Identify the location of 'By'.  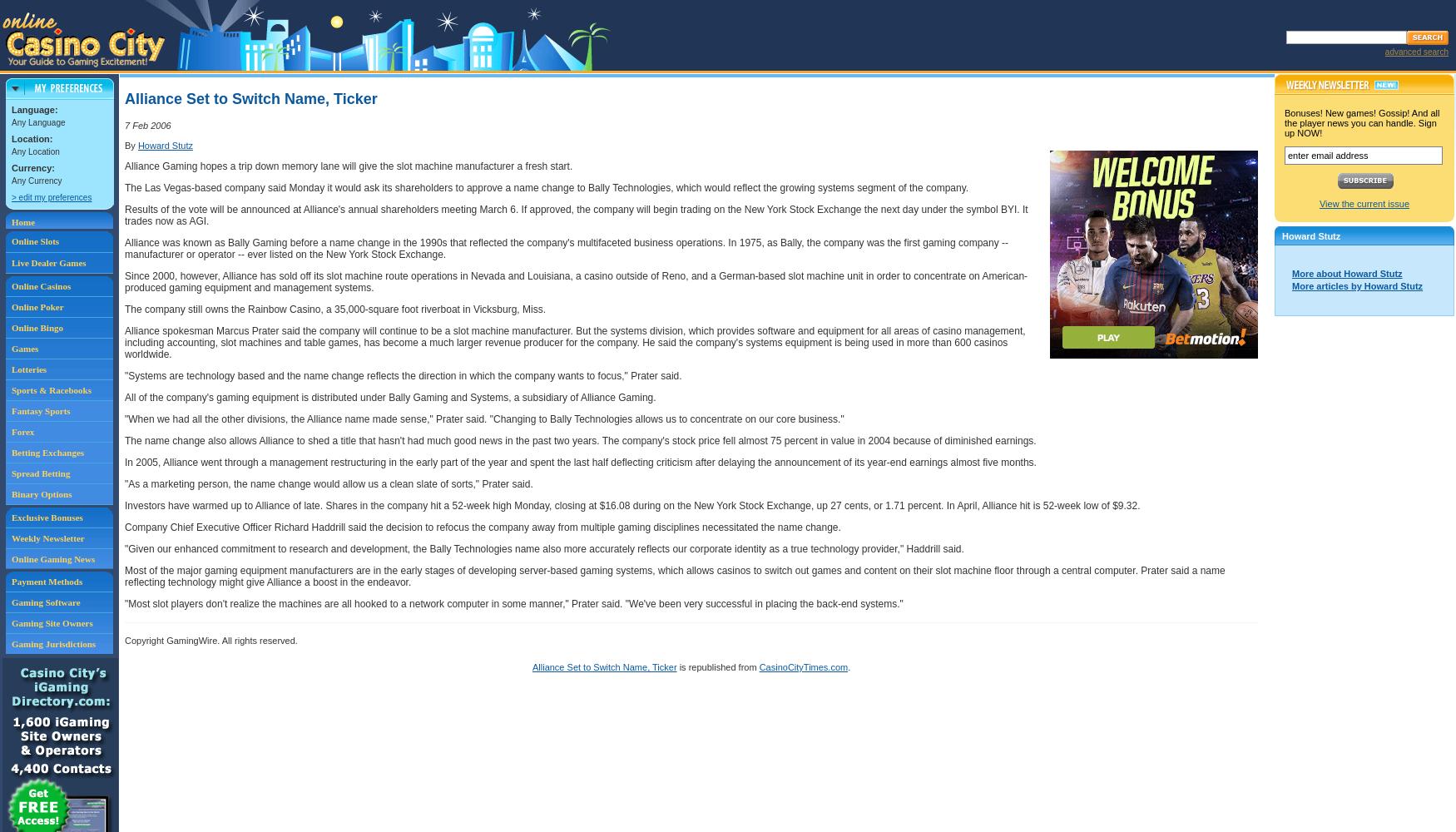
(130, 146).